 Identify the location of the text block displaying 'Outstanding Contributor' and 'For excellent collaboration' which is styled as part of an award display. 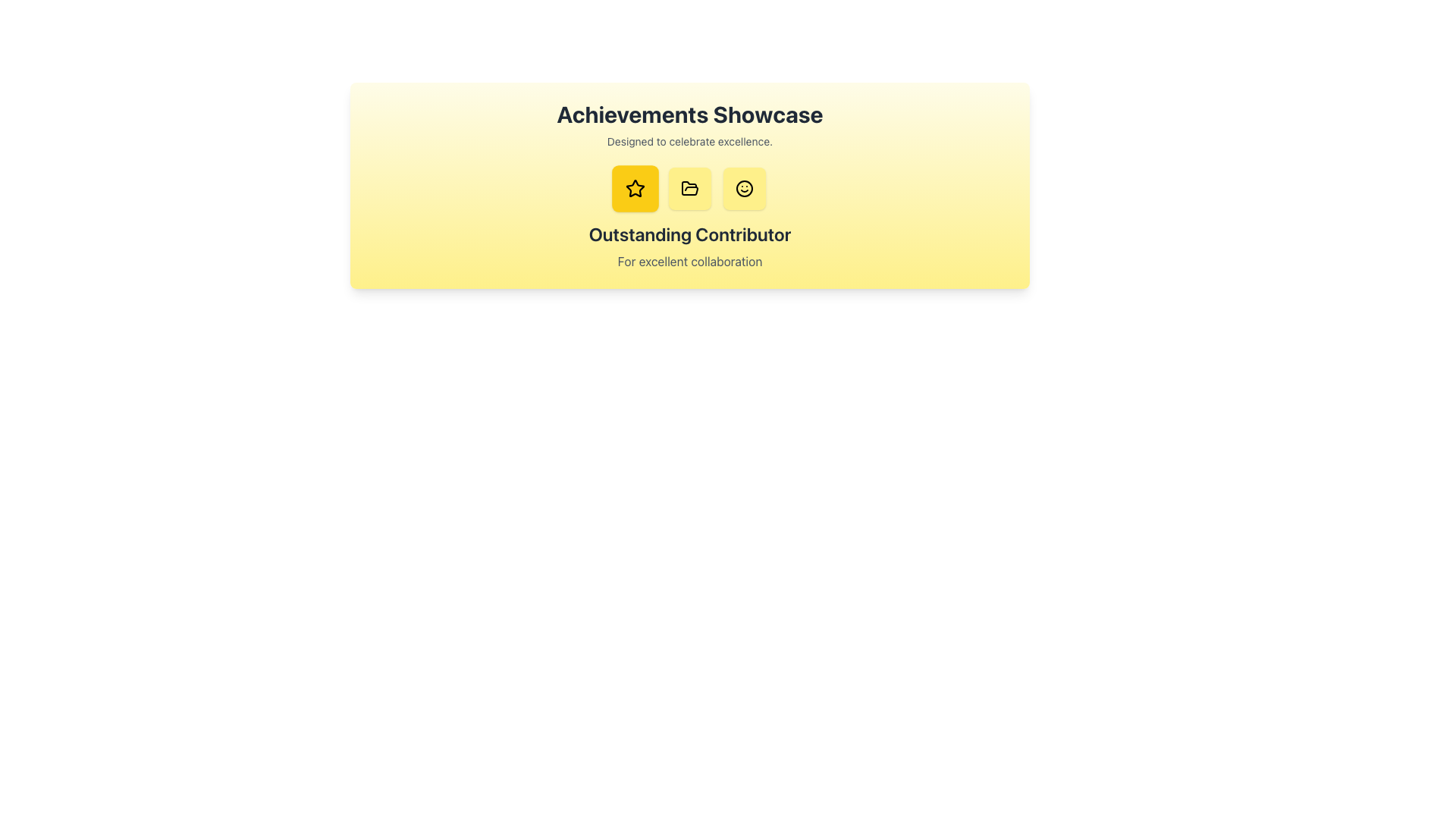
(689, 245).